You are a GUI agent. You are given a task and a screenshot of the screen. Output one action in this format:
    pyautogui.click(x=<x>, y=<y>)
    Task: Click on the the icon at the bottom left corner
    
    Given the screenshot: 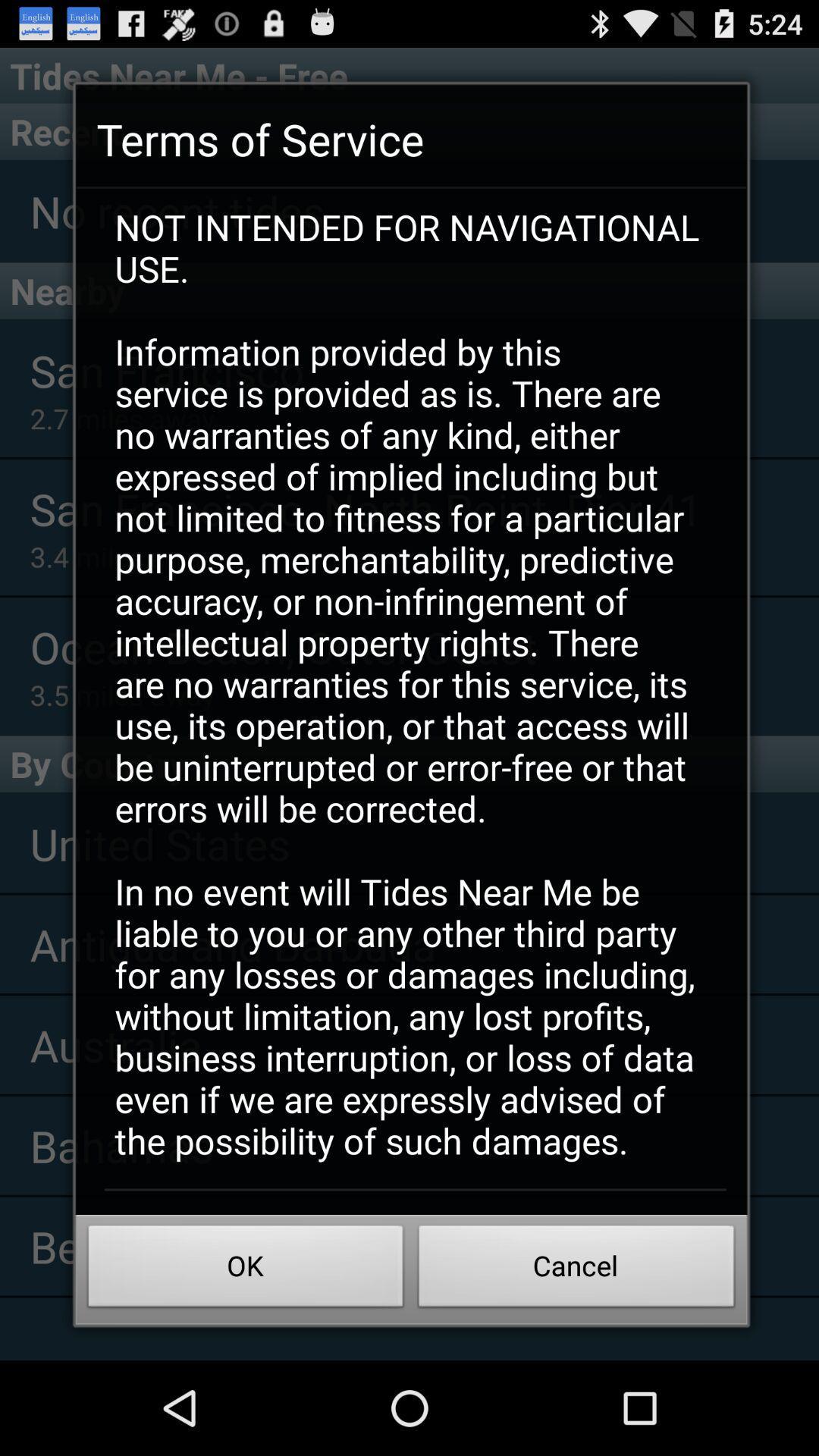 What is the action you would take?
    pyautogui.click(x=245, y=1270)
    